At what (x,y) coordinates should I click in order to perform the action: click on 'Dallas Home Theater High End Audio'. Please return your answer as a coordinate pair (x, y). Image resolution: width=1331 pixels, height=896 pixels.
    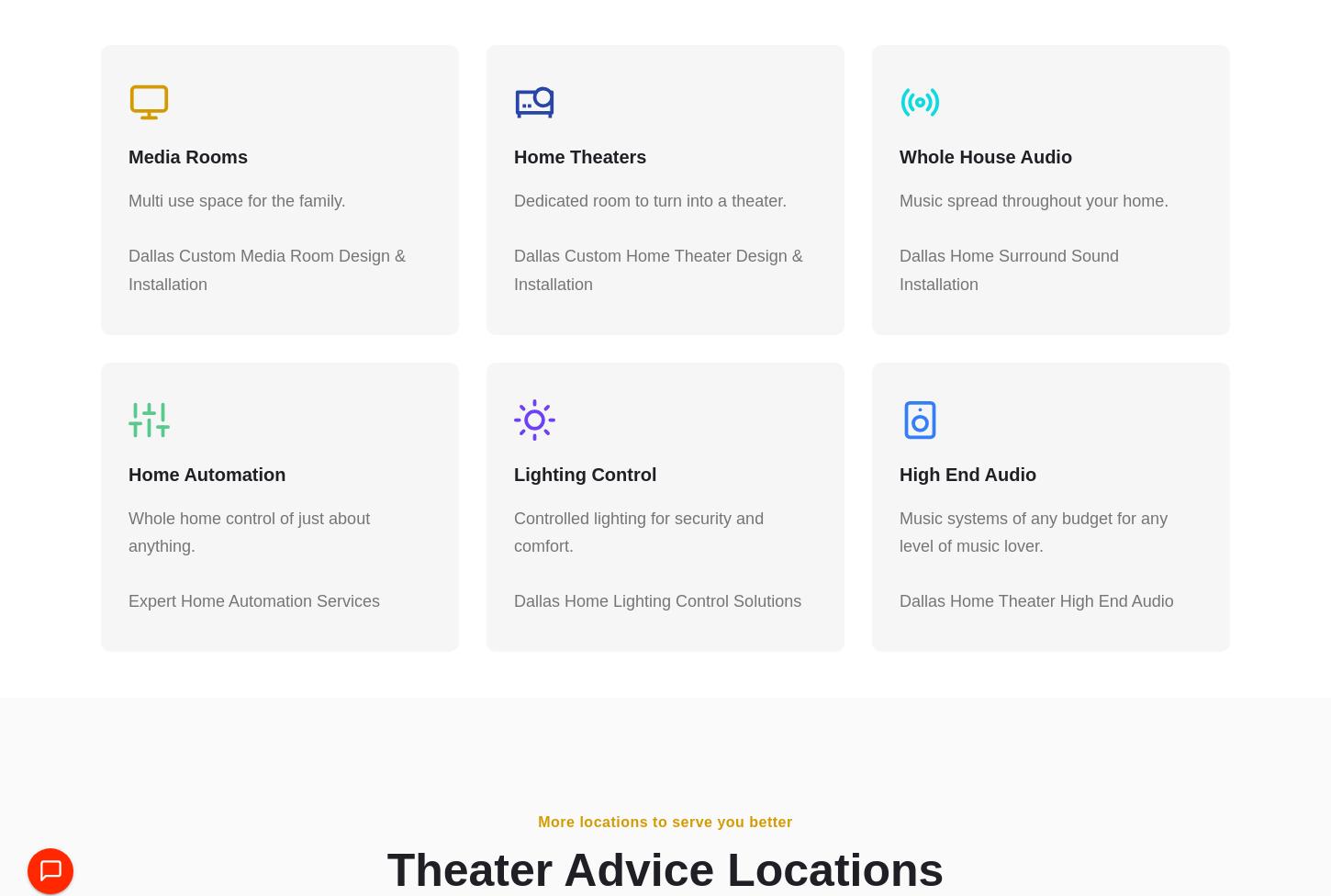
    Looking at the image, I should click on (900, 608).